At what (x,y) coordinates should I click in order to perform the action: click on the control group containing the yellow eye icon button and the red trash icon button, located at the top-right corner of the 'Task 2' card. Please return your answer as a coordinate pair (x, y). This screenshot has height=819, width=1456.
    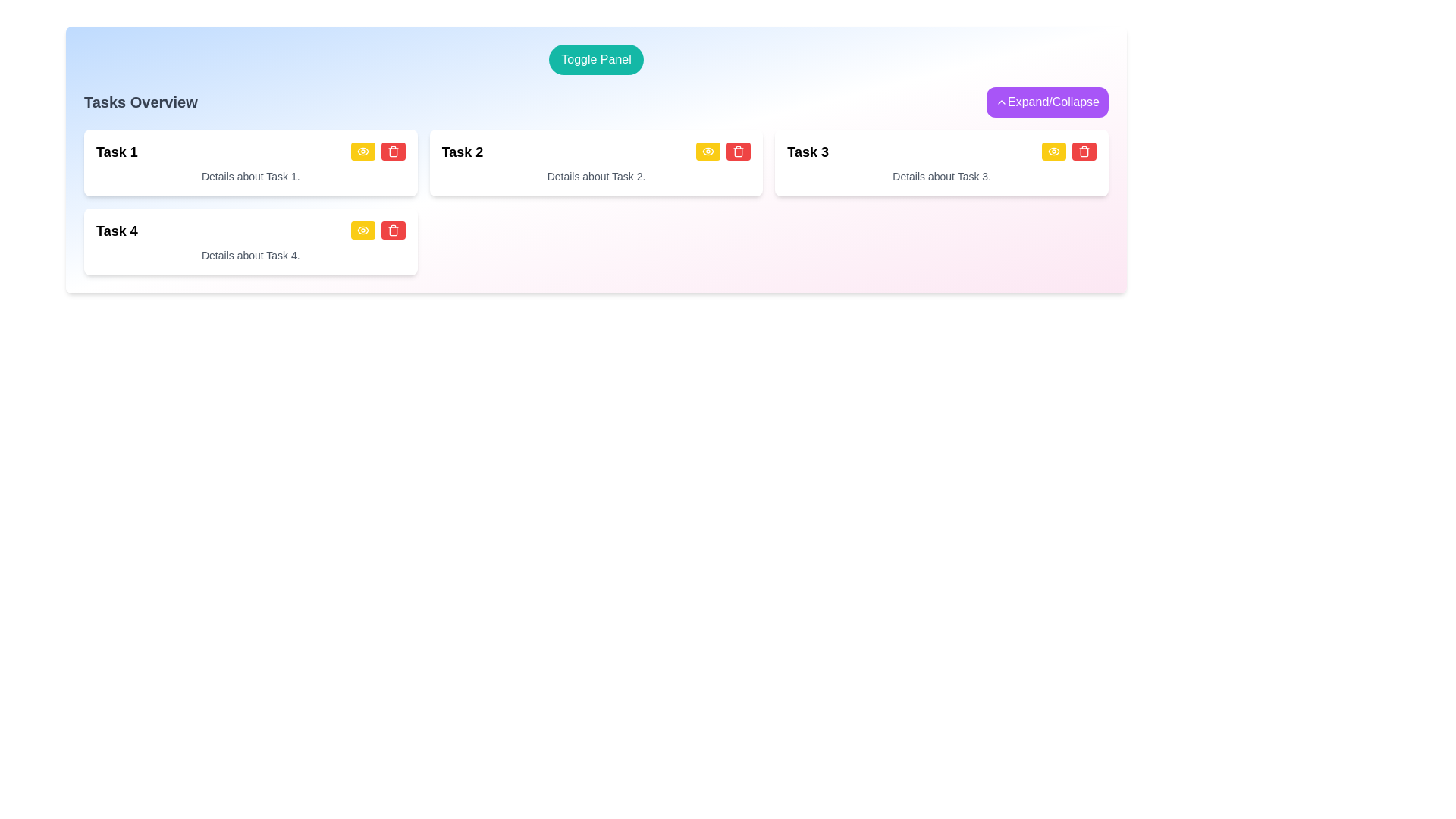
    Looking at the image, I should click on (723, 152).